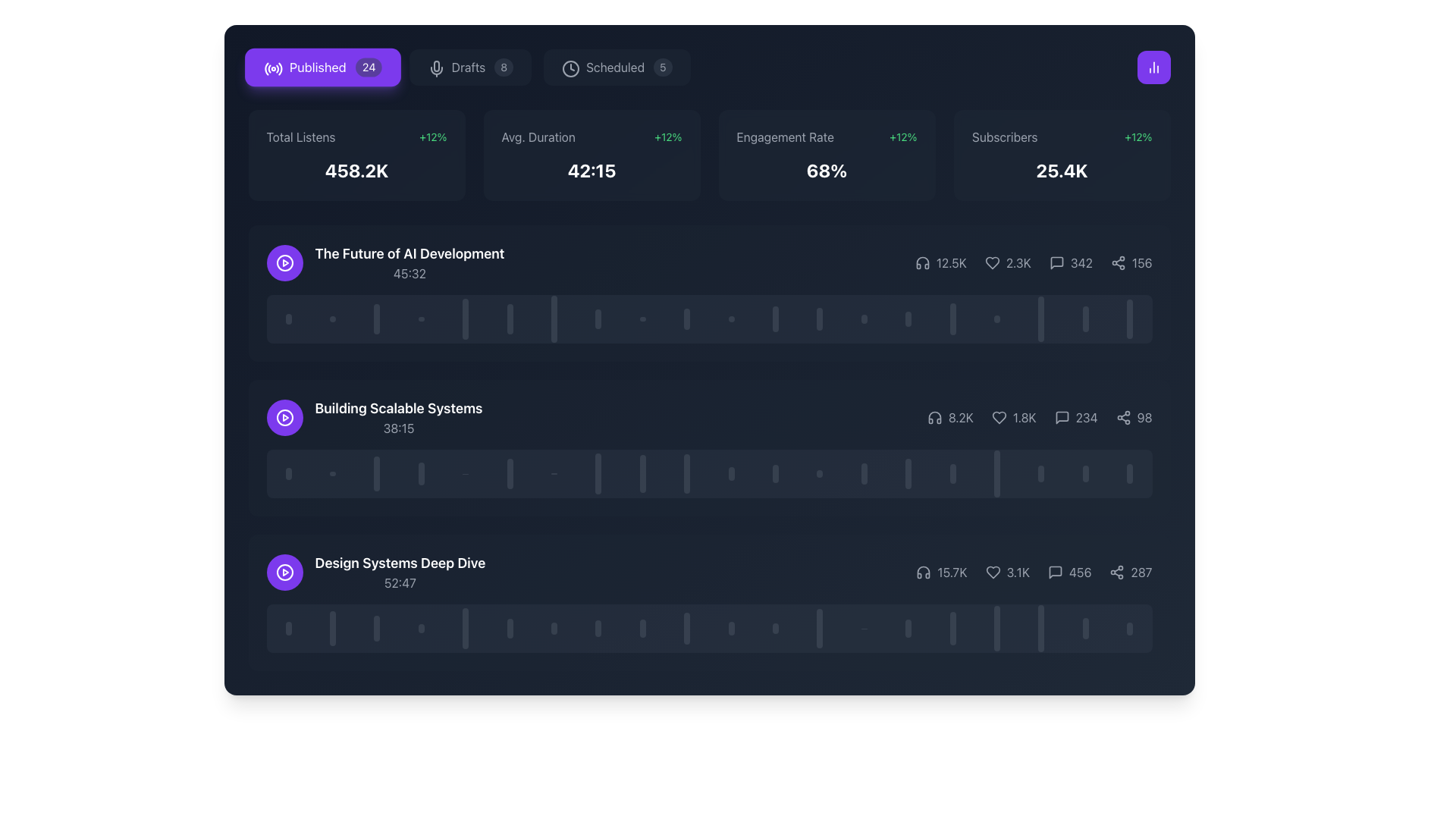 This screenshot has width=1456, height=819. What do you see at coordinates (667, 137) in the screenshot?
I see `the Text label that provides percentage change information related to the 'Avg. Duration' metric, located to the right of the 'Avg. Duration' text` at bounding box center [667, 137].